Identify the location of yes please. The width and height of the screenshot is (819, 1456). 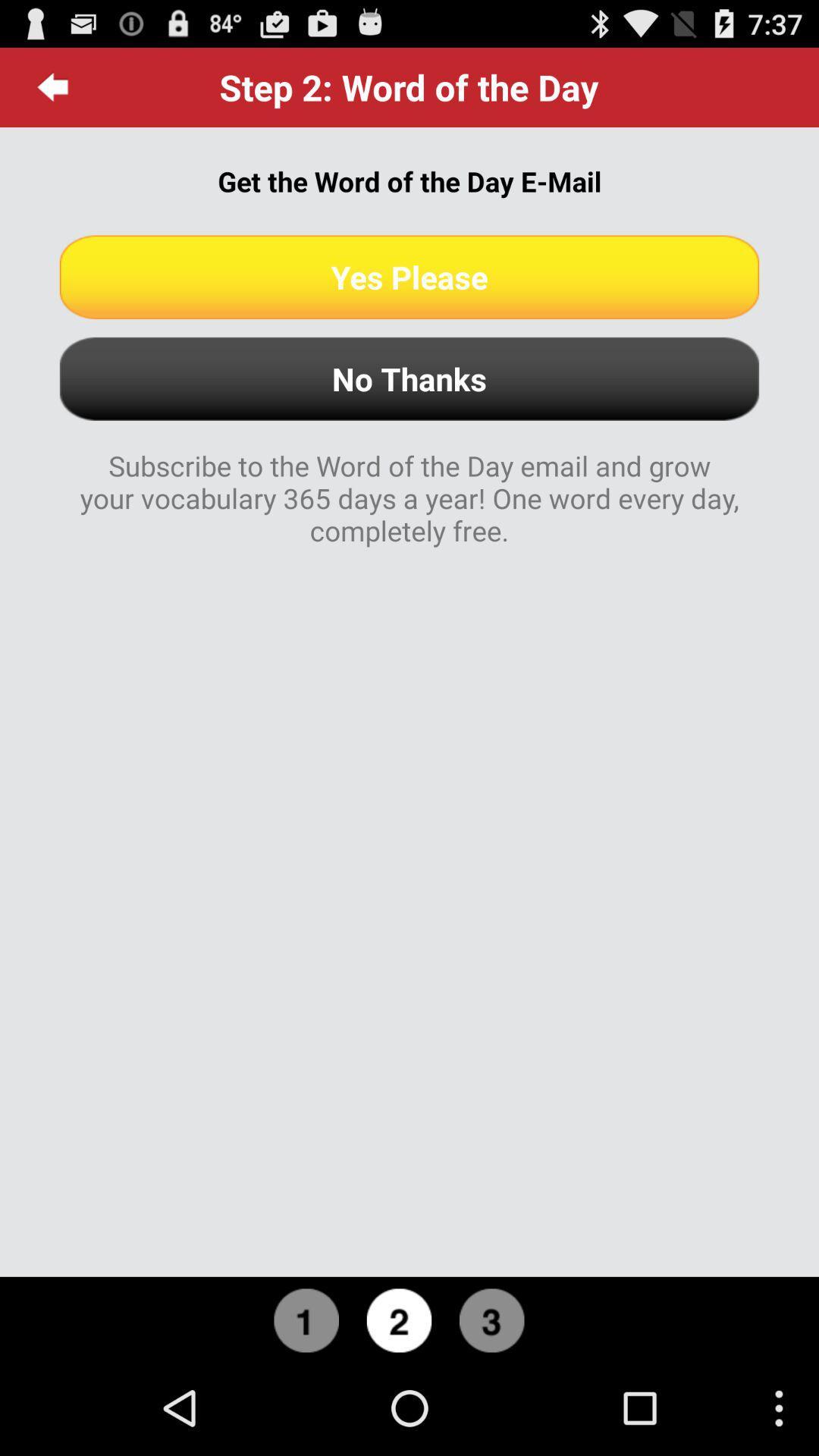
(409, 277).